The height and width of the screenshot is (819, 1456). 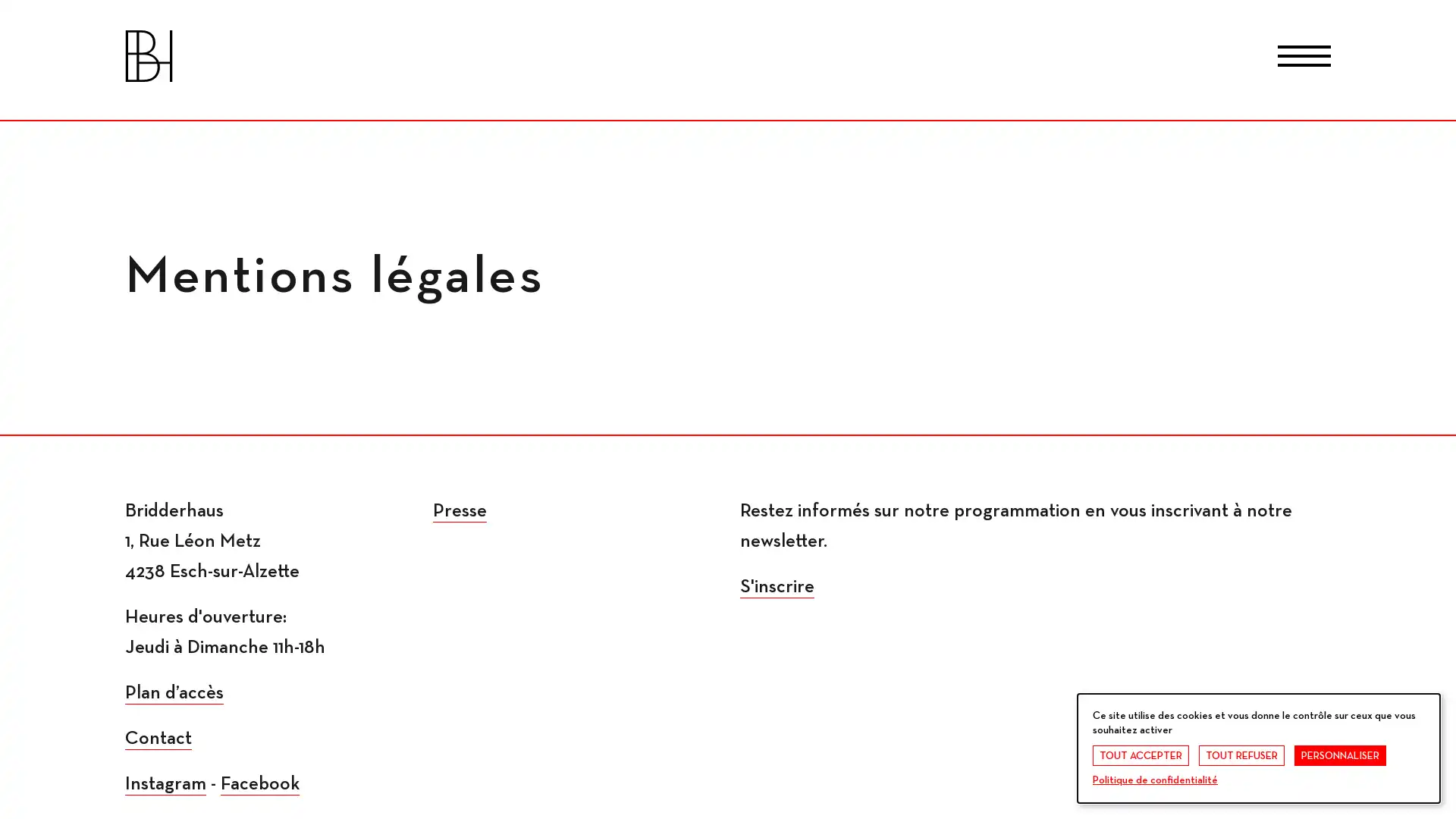 What do you see at coordinates (1141, 755) in the screenshot?
I see `TOUT ACCEPTER` at bounding box center [1141, 755].